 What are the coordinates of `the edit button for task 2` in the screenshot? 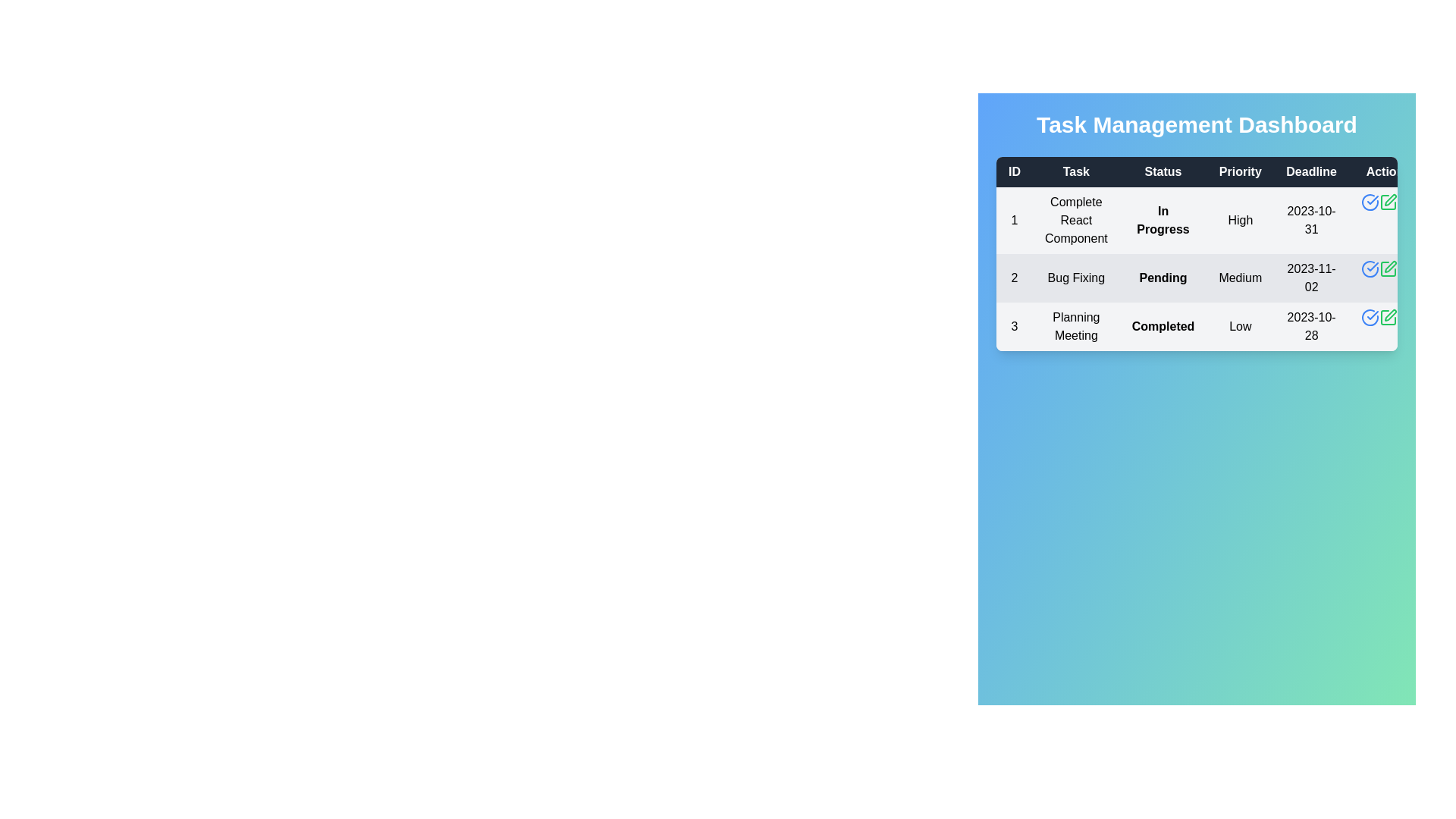 It's located at (1387, 268).